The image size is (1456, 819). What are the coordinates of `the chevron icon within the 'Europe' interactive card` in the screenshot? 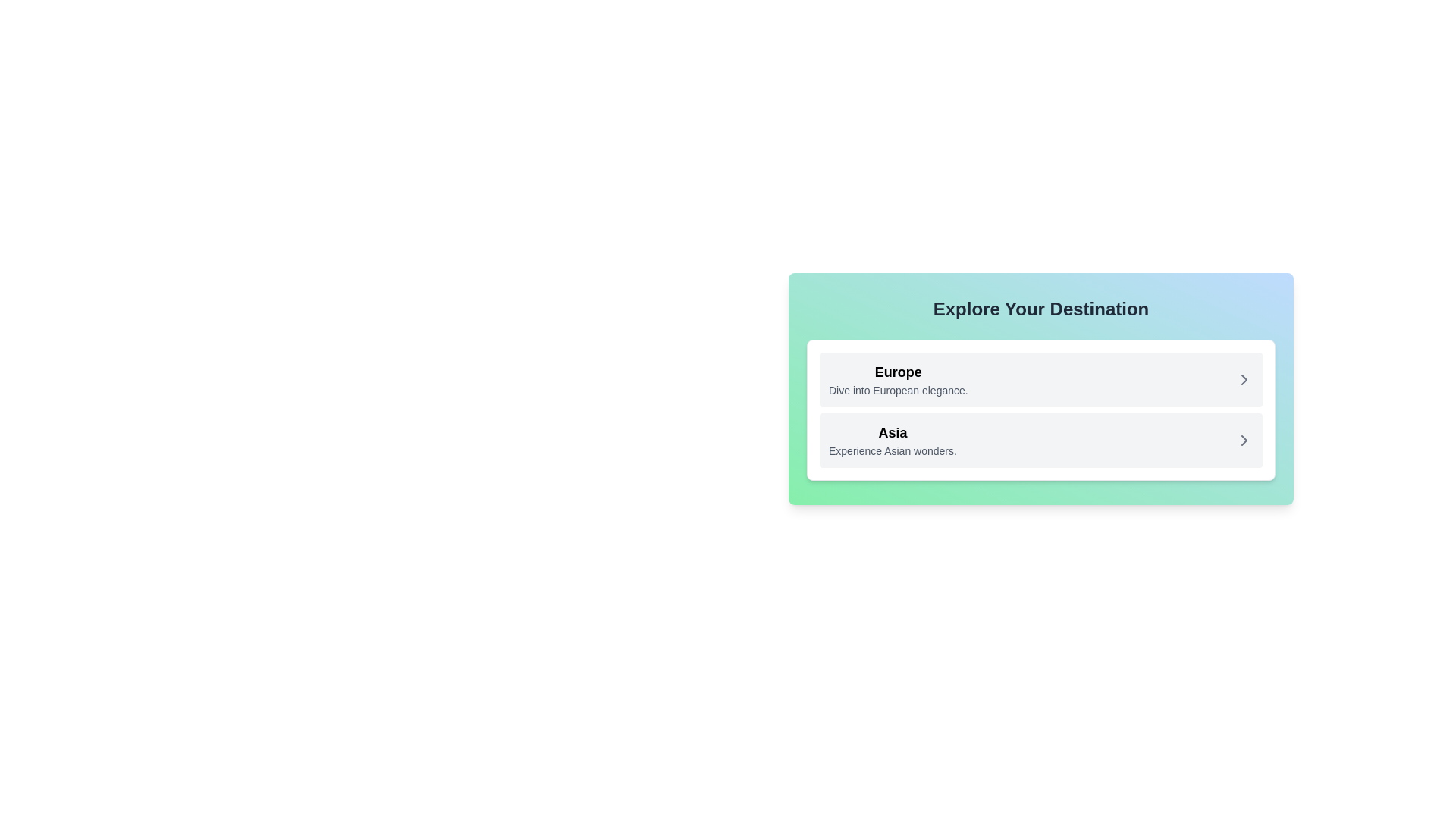 It's located at (1244, 379).